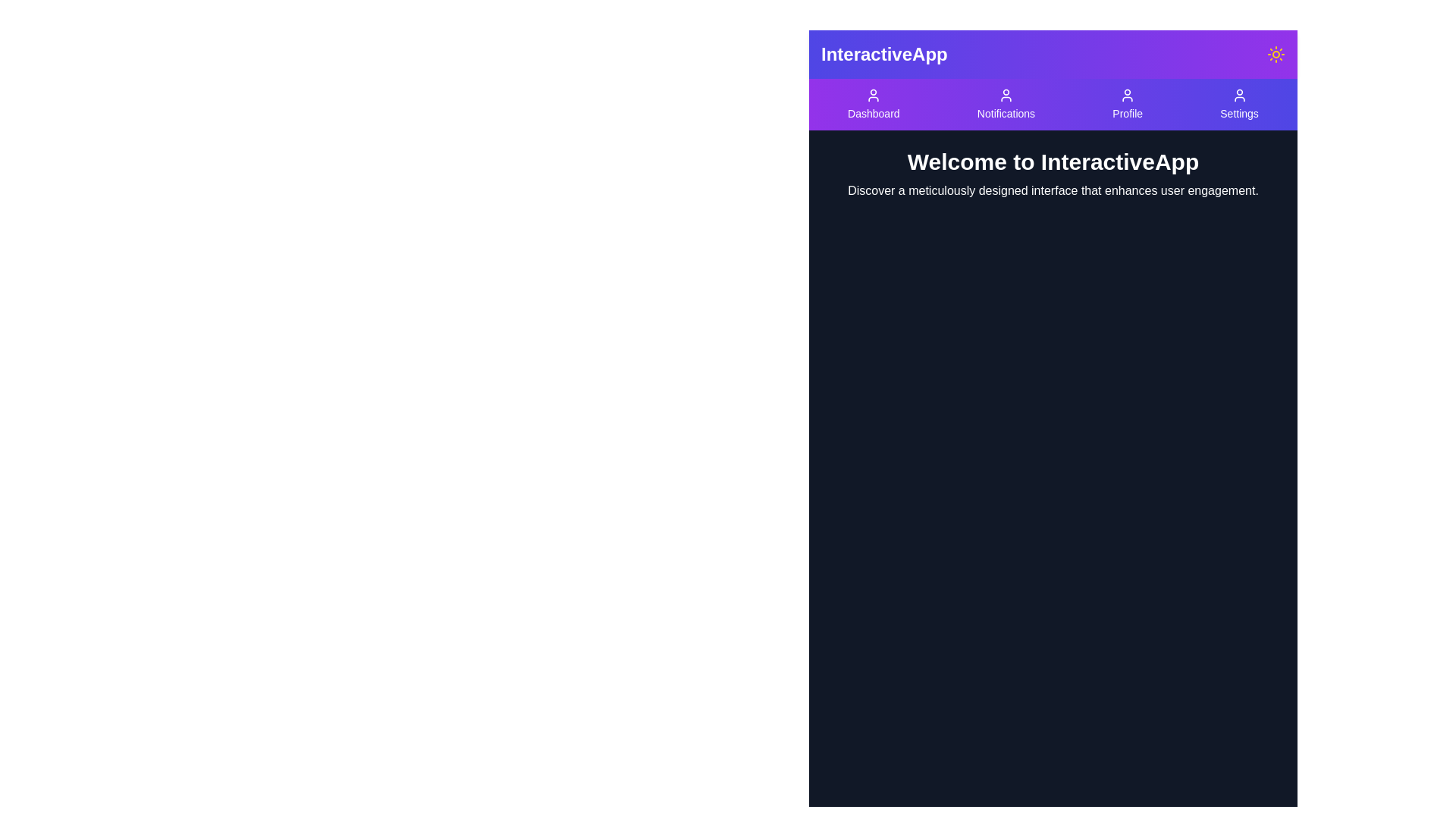  I want to click on dark mode toggle button to switch between dark and light modes, so click(1276, 54).